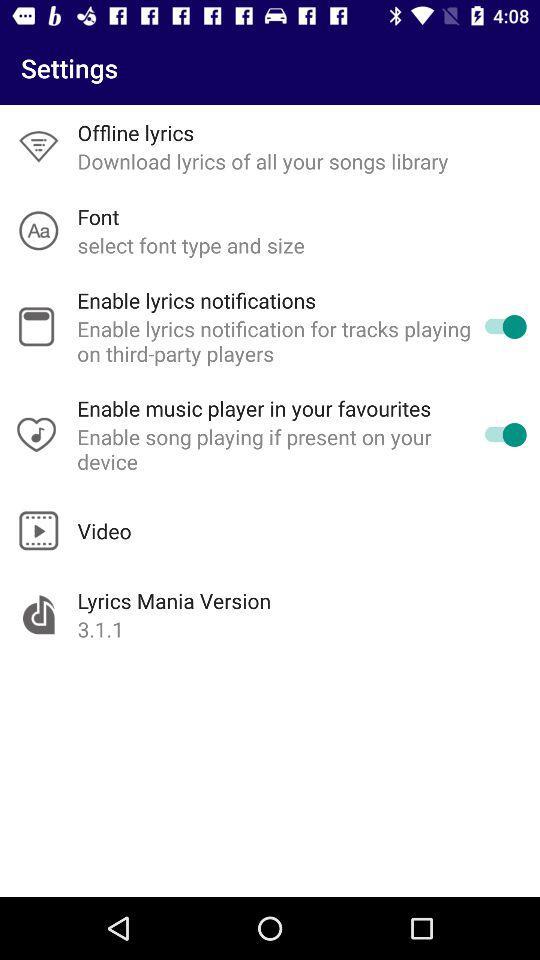 The width and height of the screenshot is (540, 960). I want to click on offline lyrics icon, so click(135, 131).